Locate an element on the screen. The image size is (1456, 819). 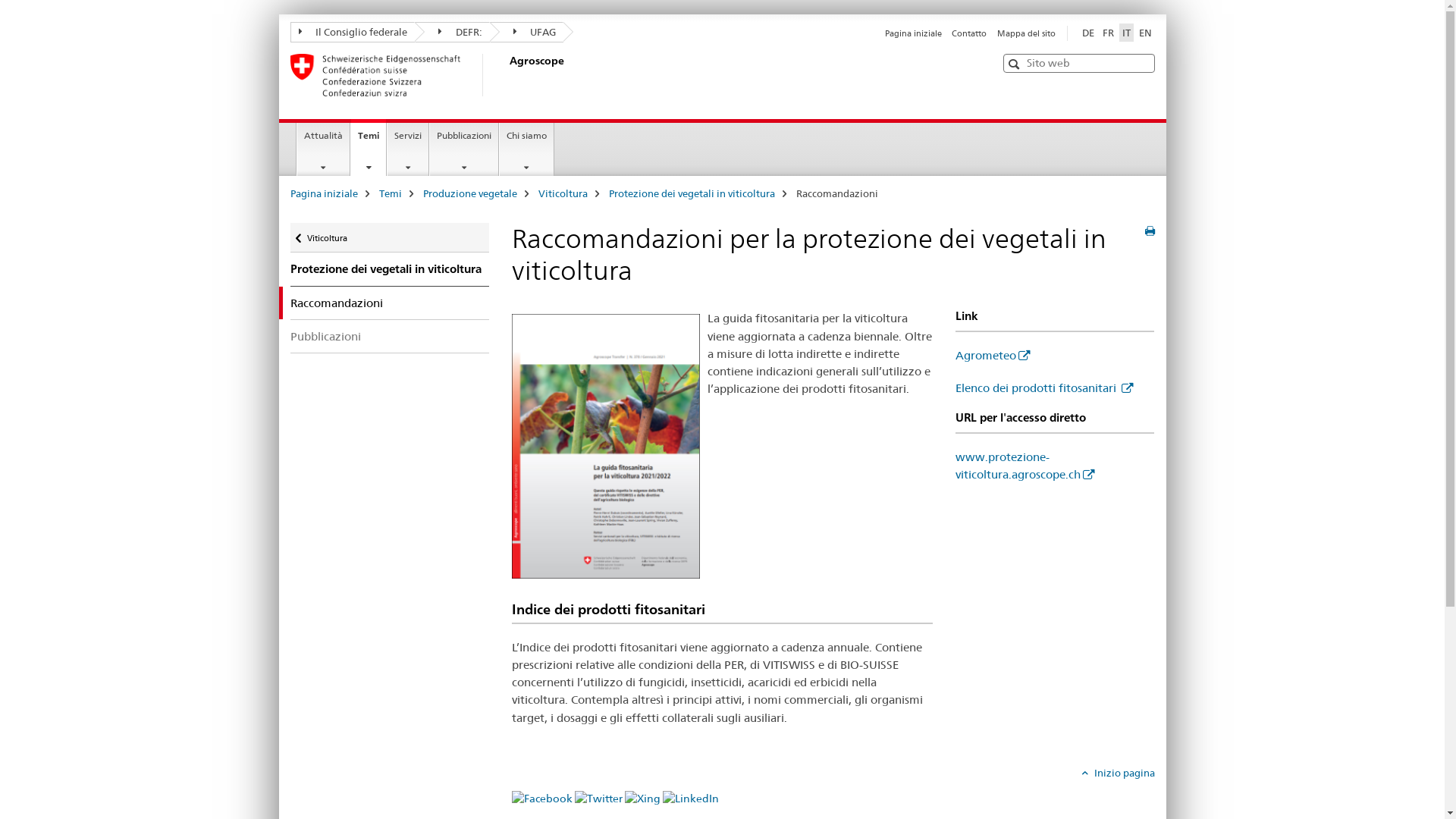
'Agroscope' is located at coordinates (506, 75).